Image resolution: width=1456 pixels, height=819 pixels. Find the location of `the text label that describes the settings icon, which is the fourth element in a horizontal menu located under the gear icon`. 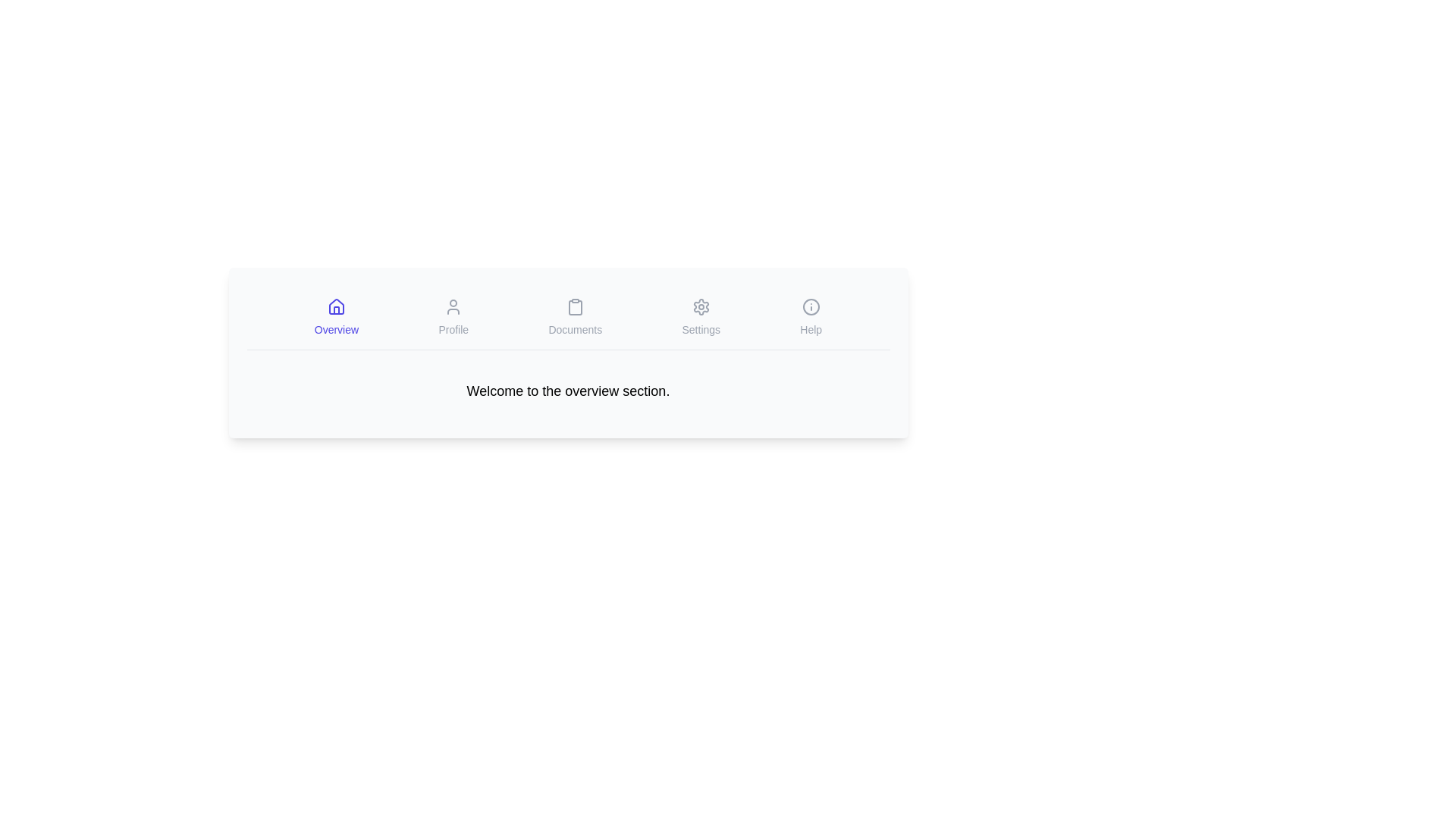

the text label that describes the settings icon, which is the fourth element in a horizontal menu located under the gear icon is located at coordinates (700, 329).